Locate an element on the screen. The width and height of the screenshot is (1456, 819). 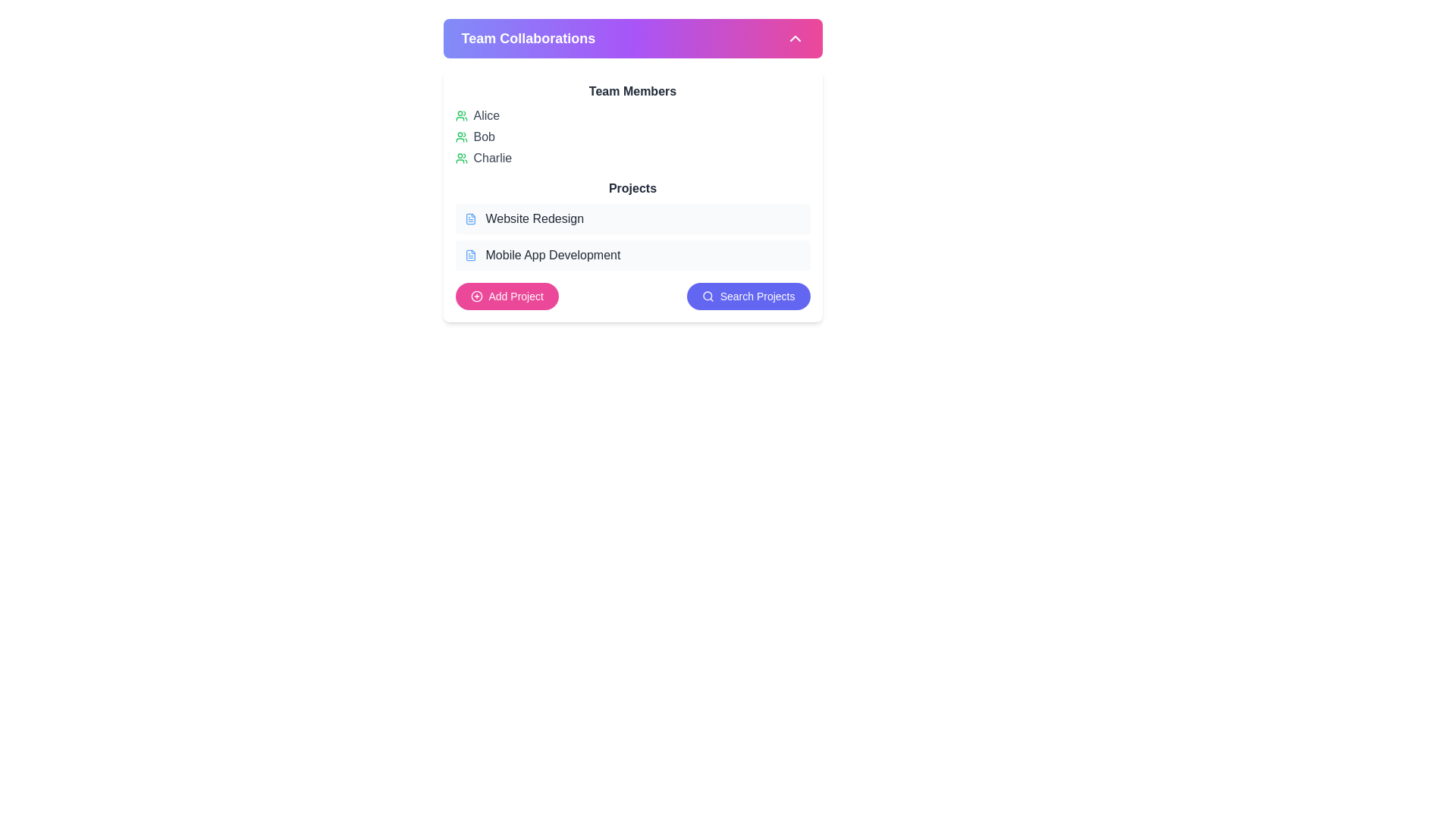
the bold 'Team Members' text label that serves as a section header under 'Team Collaborations' is located at coordinates (632, 91).